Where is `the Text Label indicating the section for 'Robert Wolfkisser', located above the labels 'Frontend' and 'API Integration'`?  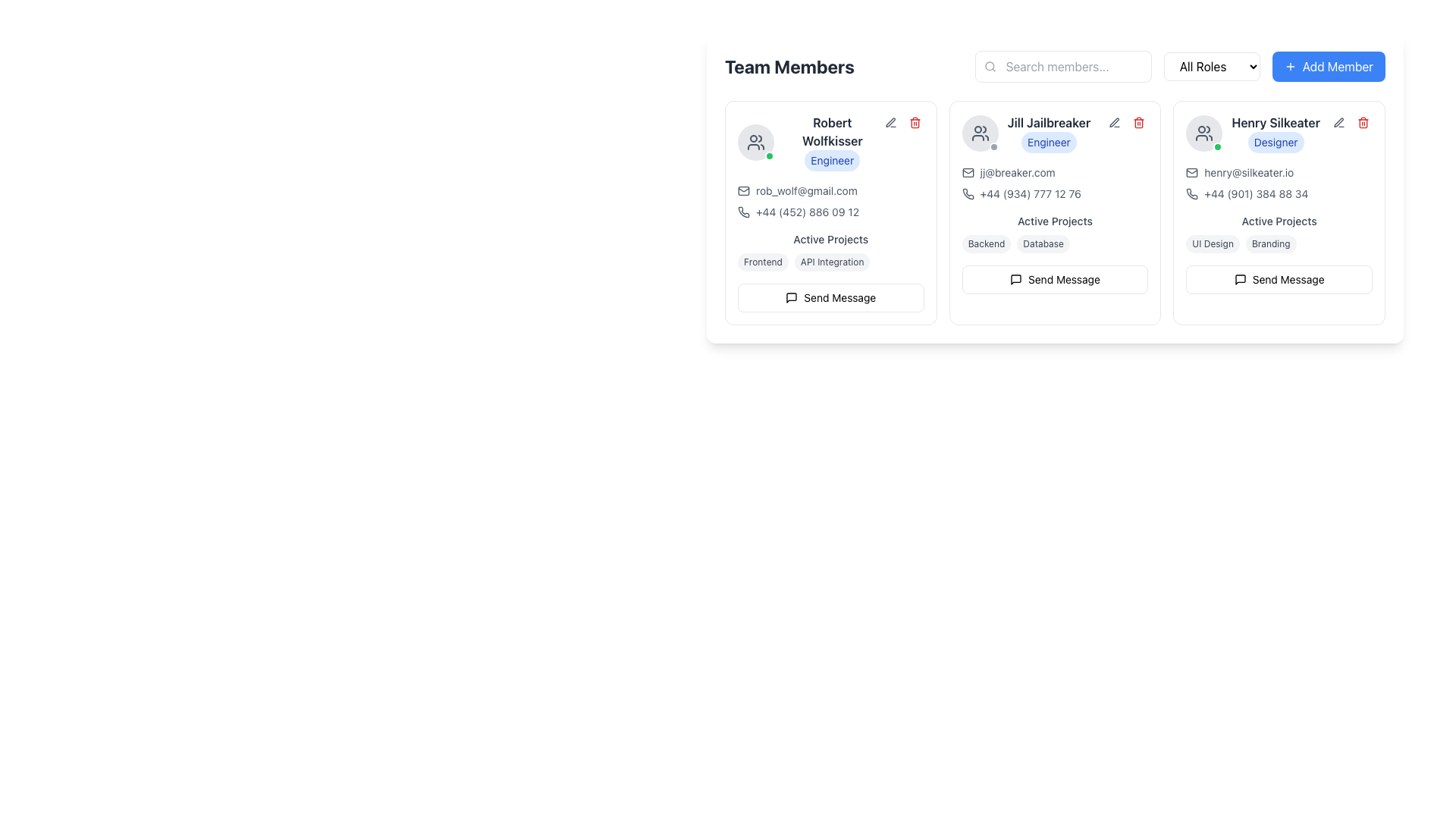 the Text Label indicating the section for 'Robert Wolfkisser', located above the labels 'Frontend' and 'API Integration' is located at coordinates (830, 239).